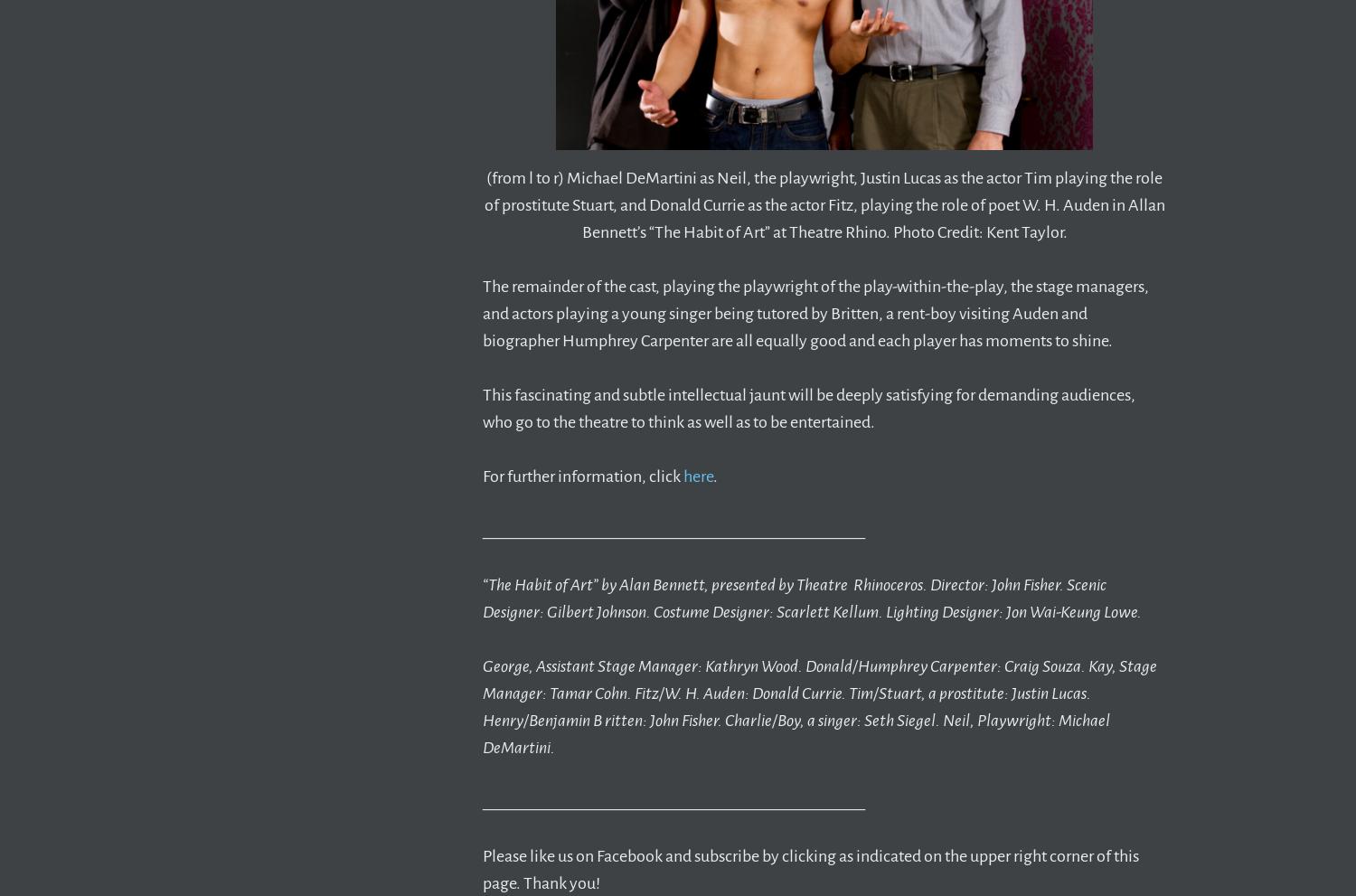 Image resolution: width=1356 pixels, height=896 pixels. Describe the element at coordinates (483, 706) in the screenshot. I see `'George, Assistant Stage Manager: Kathryn Wood. Donald/Humphrey Carpenter: Craig Souza. Kay, Stage Manager: Tamar Cohn. Fitz/W. H. Auden: Donald Currie. Tim/Stuart, a prostitute: Justin Lucas. Henry/Benjamin B ritten: John Fisher. Charlie/Boy, a singer: Seth Siegel. Neil, Playwright: Michael DeMartini.'` at that location.